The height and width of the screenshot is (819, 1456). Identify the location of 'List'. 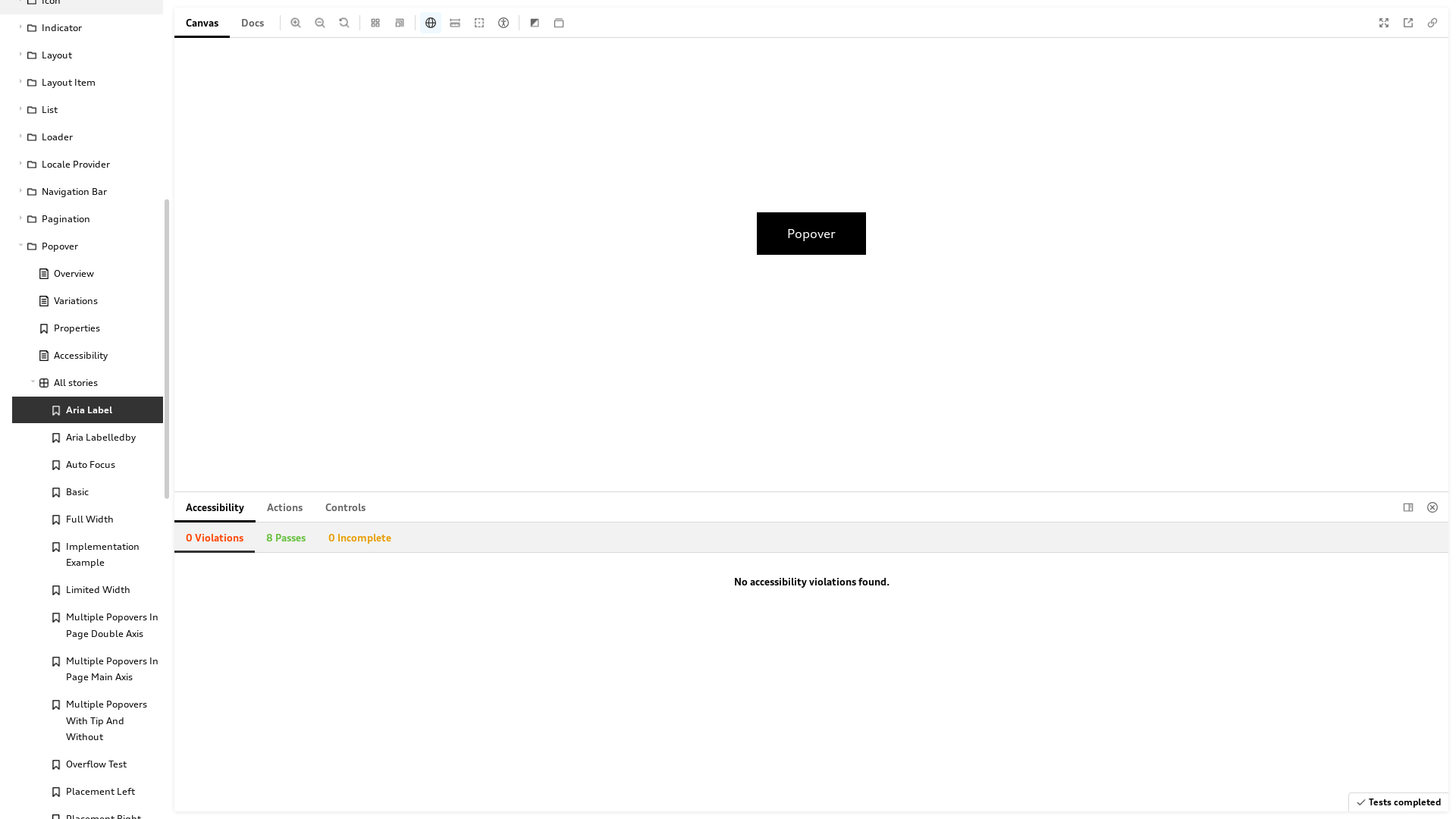
(80, 109).